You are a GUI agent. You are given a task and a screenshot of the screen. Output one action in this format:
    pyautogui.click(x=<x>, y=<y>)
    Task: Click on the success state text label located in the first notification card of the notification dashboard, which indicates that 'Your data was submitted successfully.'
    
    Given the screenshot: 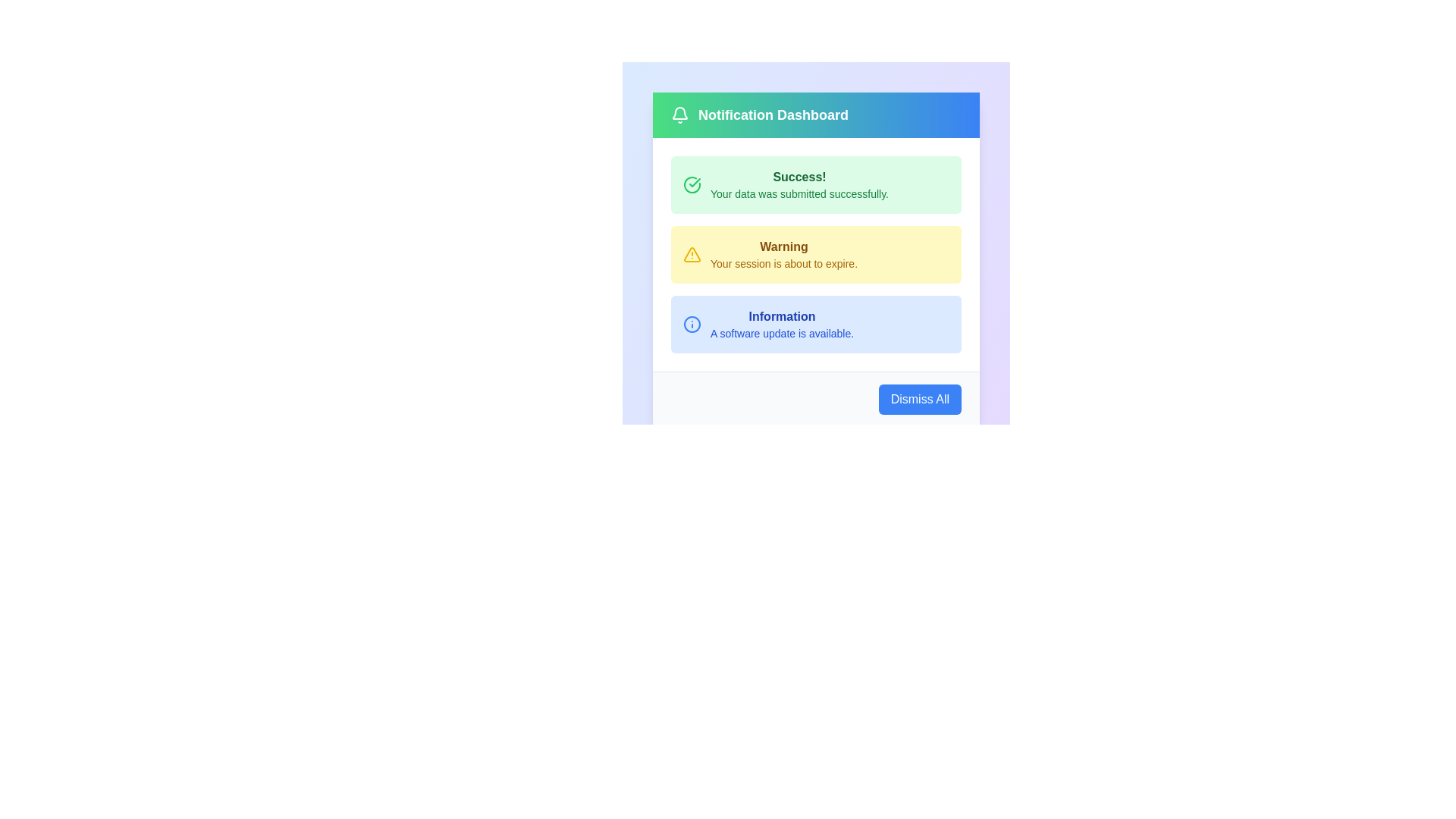 What is the action you would take?
    pyautogui.click(x=799, y=177)
    